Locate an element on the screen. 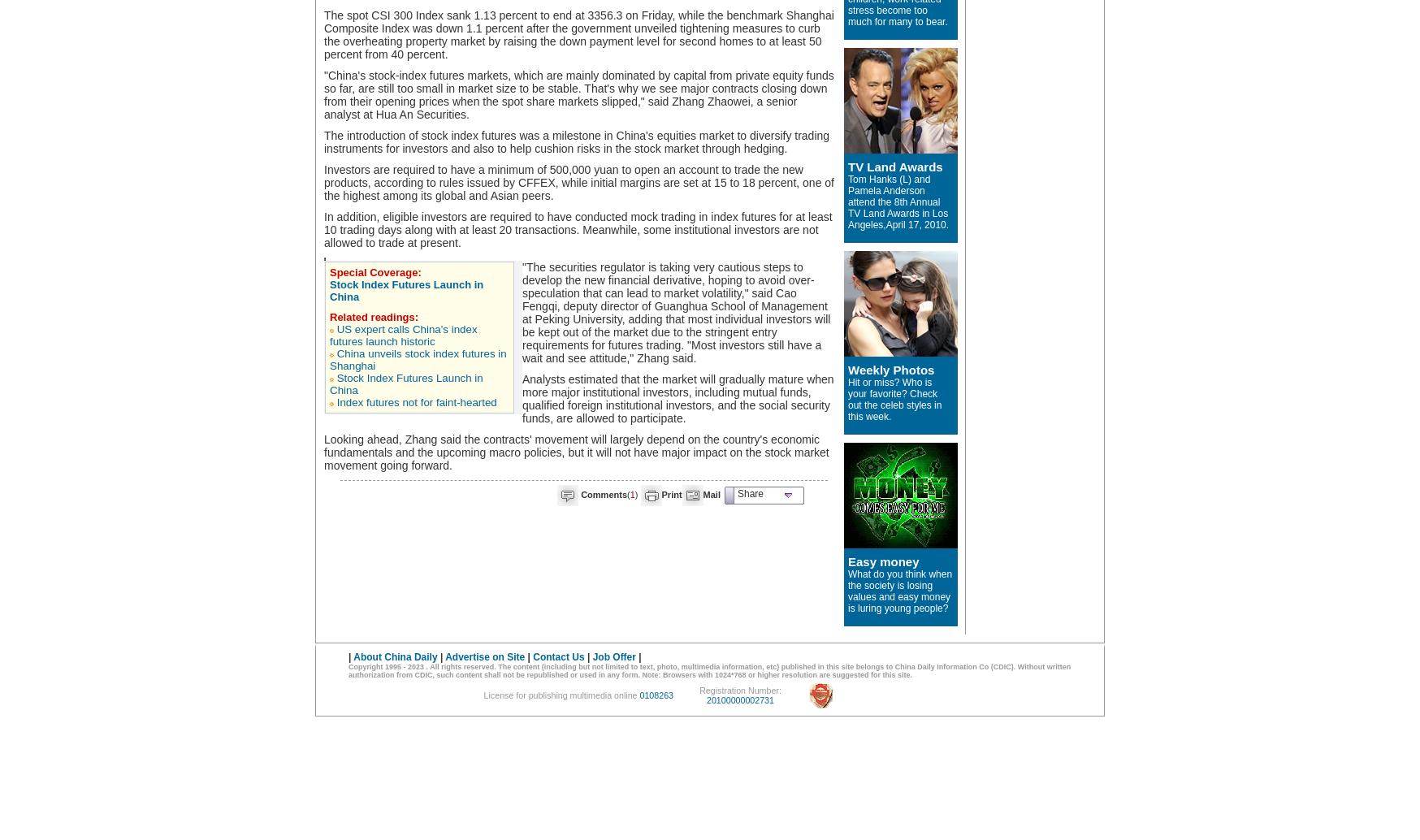 The height and width of the screenshot is (840, 1420). 'Hit or miss? Who is your favorite? Check out the celeb styles in this week.' is located at coordinates (894, 398).